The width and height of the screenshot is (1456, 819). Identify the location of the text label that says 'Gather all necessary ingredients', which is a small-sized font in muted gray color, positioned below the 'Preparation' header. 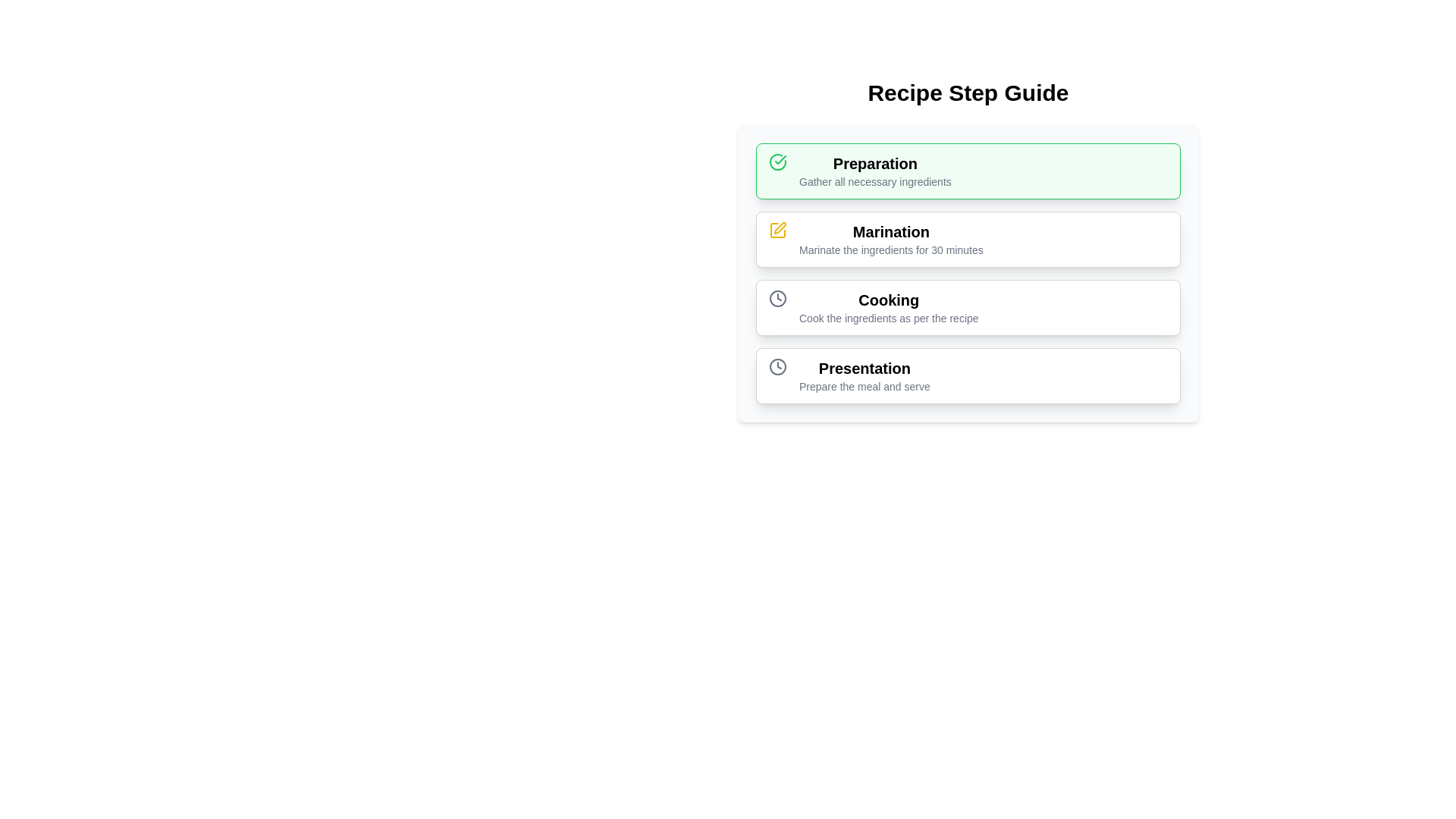
(875, 180).